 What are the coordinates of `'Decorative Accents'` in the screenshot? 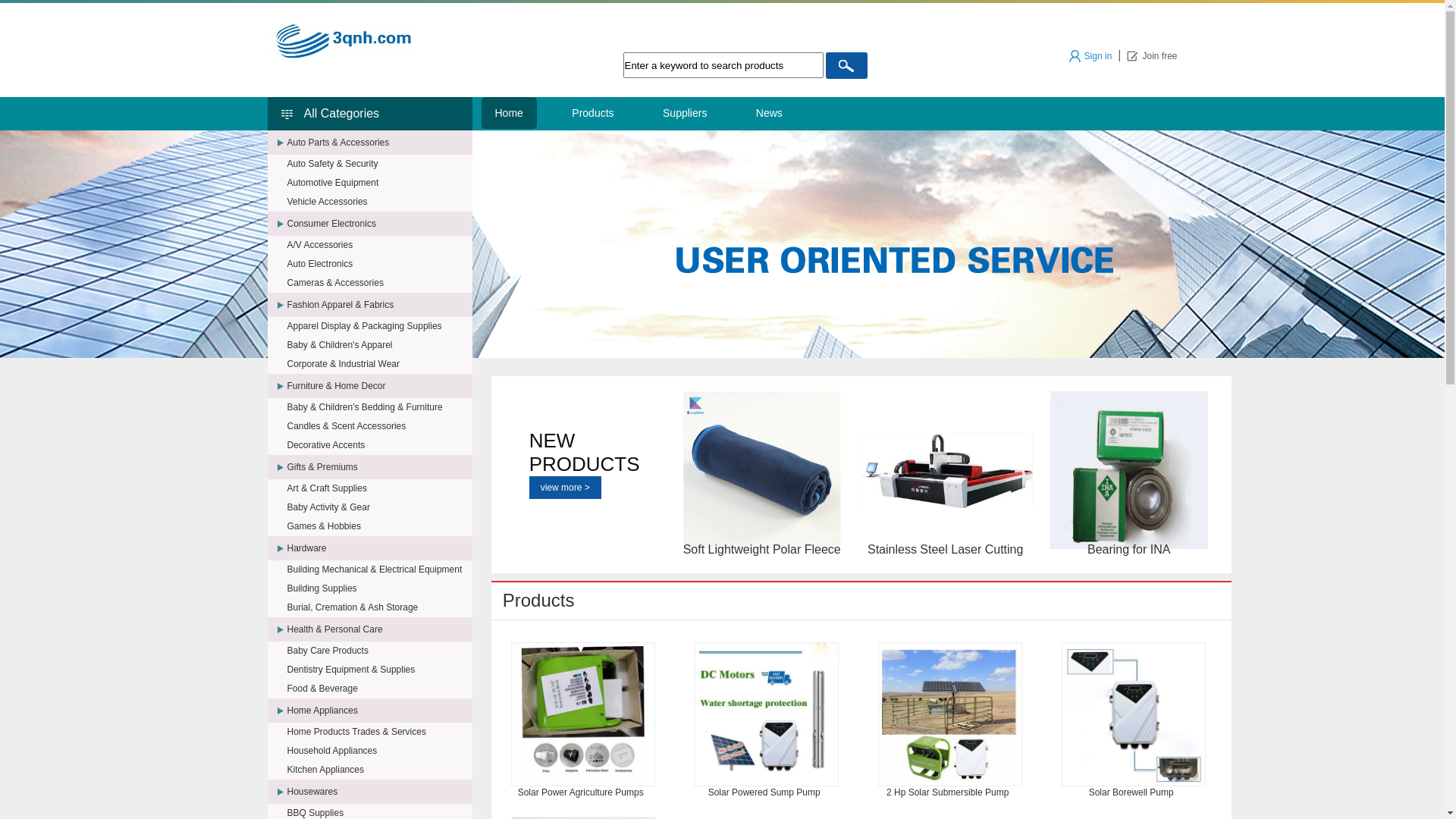 It's located at (378, 444).